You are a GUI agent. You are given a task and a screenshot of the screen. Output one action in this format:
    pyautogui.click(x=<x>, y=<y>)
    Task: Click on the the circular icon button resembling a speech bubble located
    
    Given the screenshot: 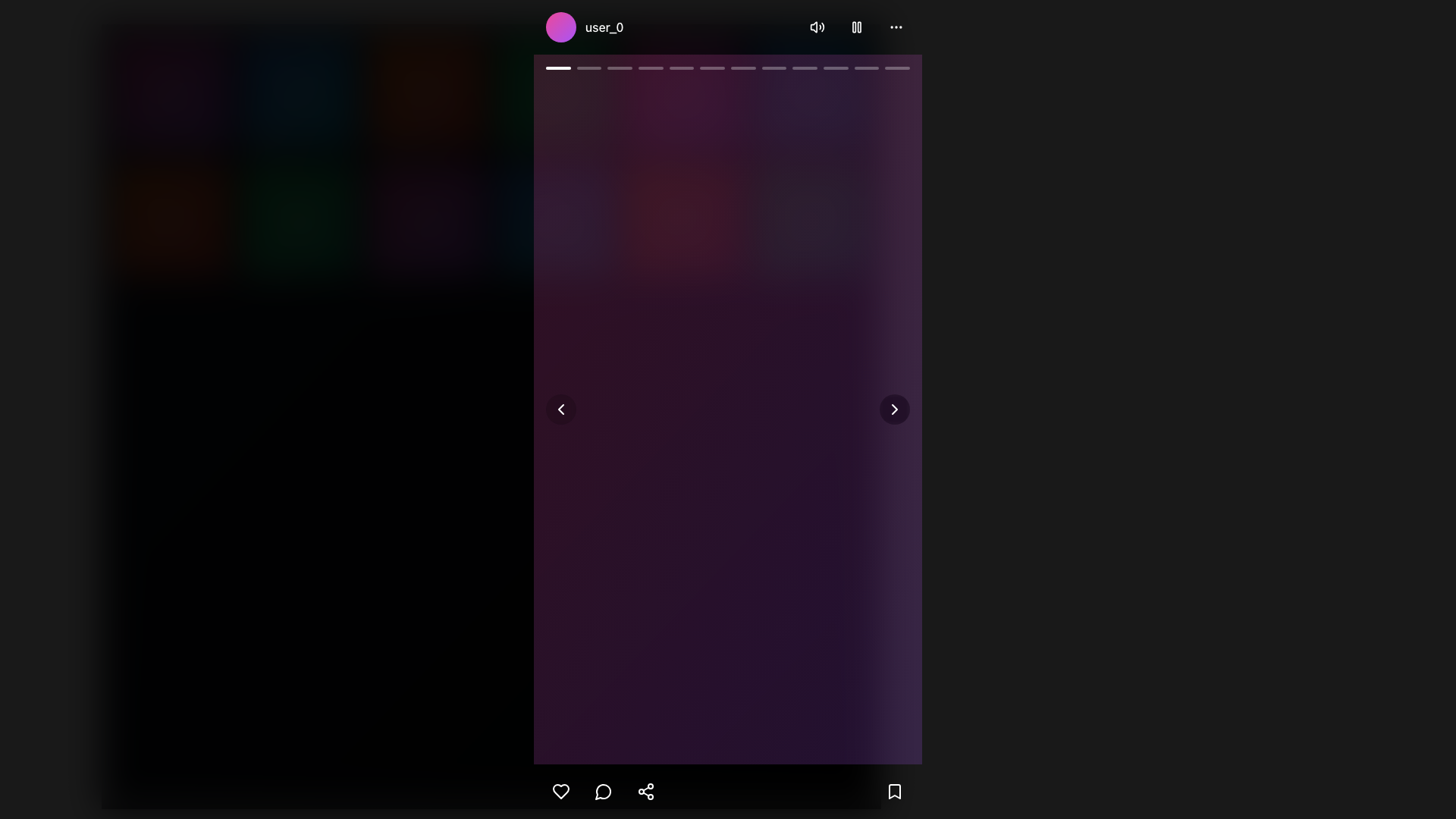 What is the action you would take?
    pyautogui.click(x=603, y=791)
    